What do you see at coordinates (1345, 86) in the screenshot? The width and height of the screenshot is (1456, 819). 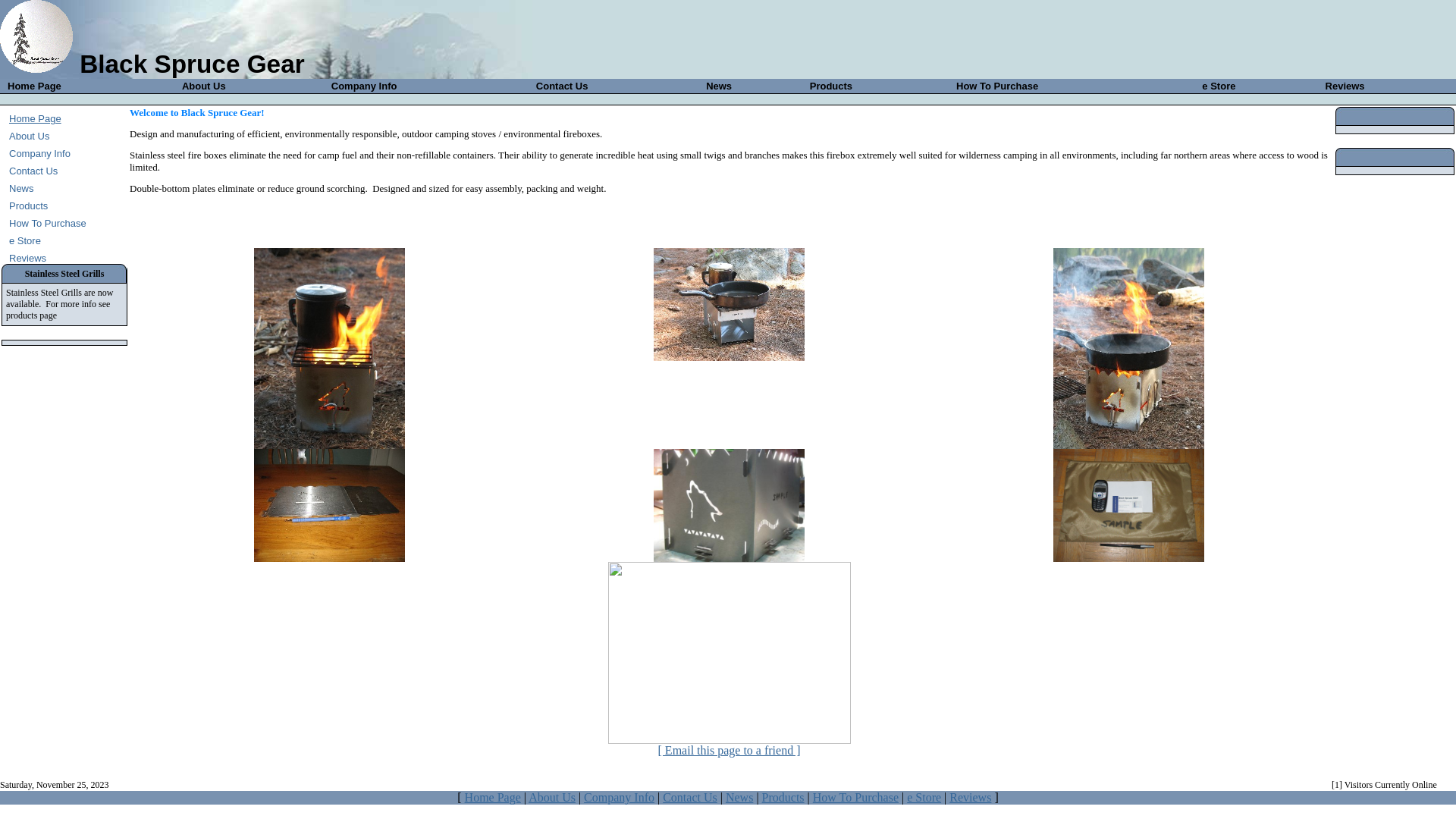 I see `'Reviews'` at bounding box center [1345, 86].